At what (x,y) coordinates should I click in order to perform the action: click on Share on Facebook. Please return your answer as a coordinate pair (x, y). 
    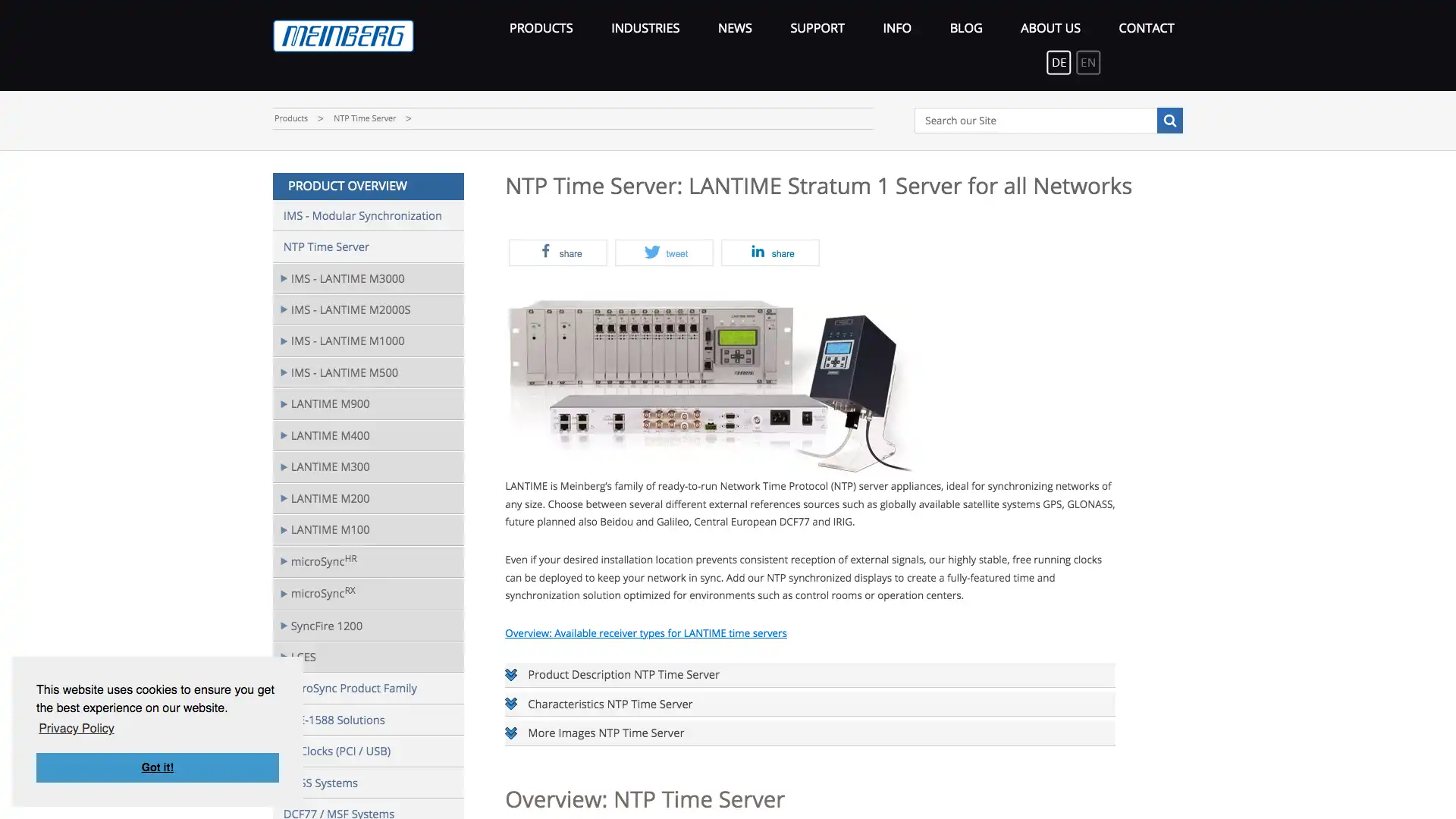
    Looking at the image, I should click on (557, 252).